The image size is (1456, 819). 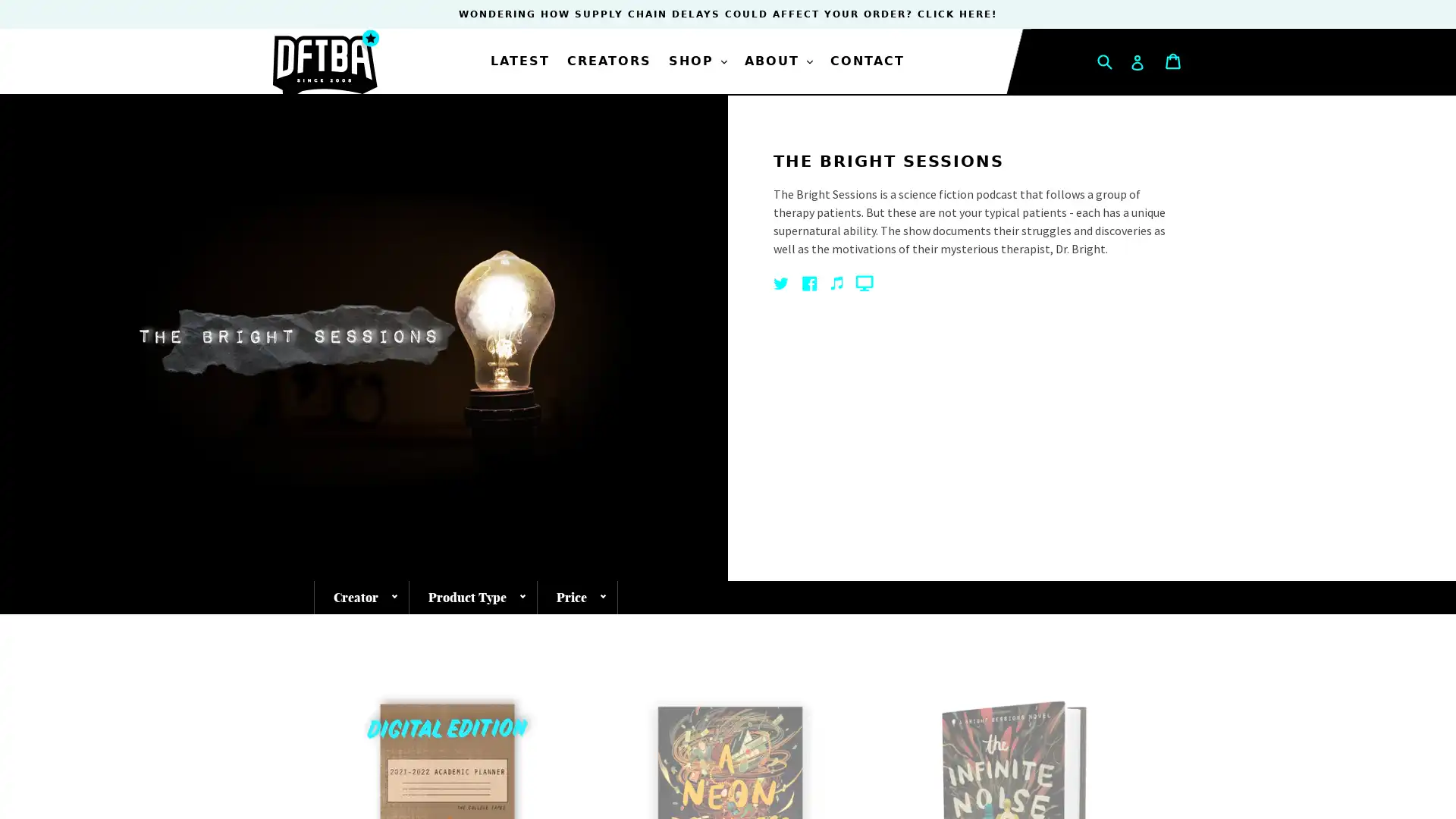 I want to click on SIGN ME UP!, so click(x=728, y=556).